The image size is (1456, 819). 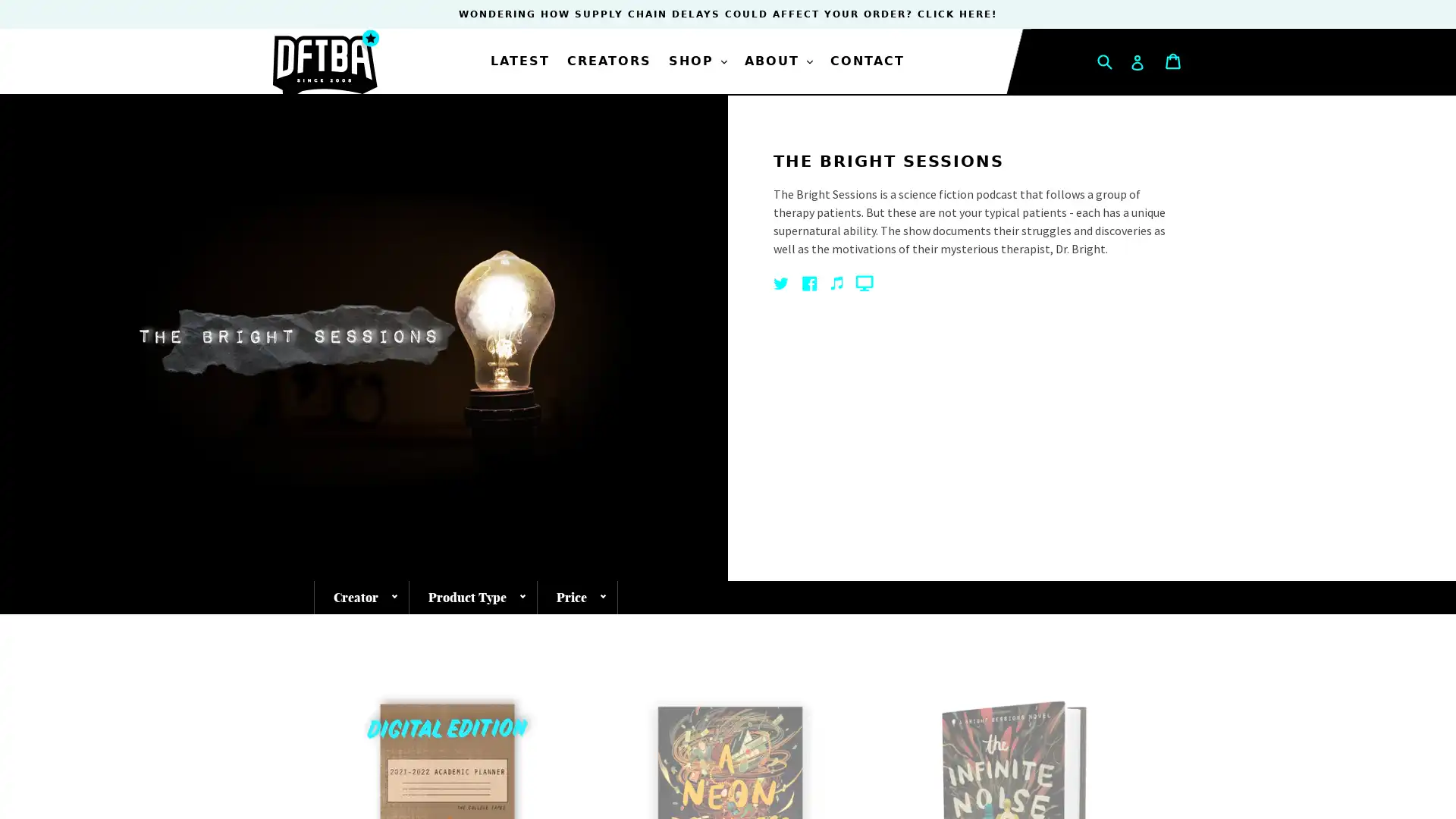 I want to click on SIGN ME UP!, so click(x=728, y=556).